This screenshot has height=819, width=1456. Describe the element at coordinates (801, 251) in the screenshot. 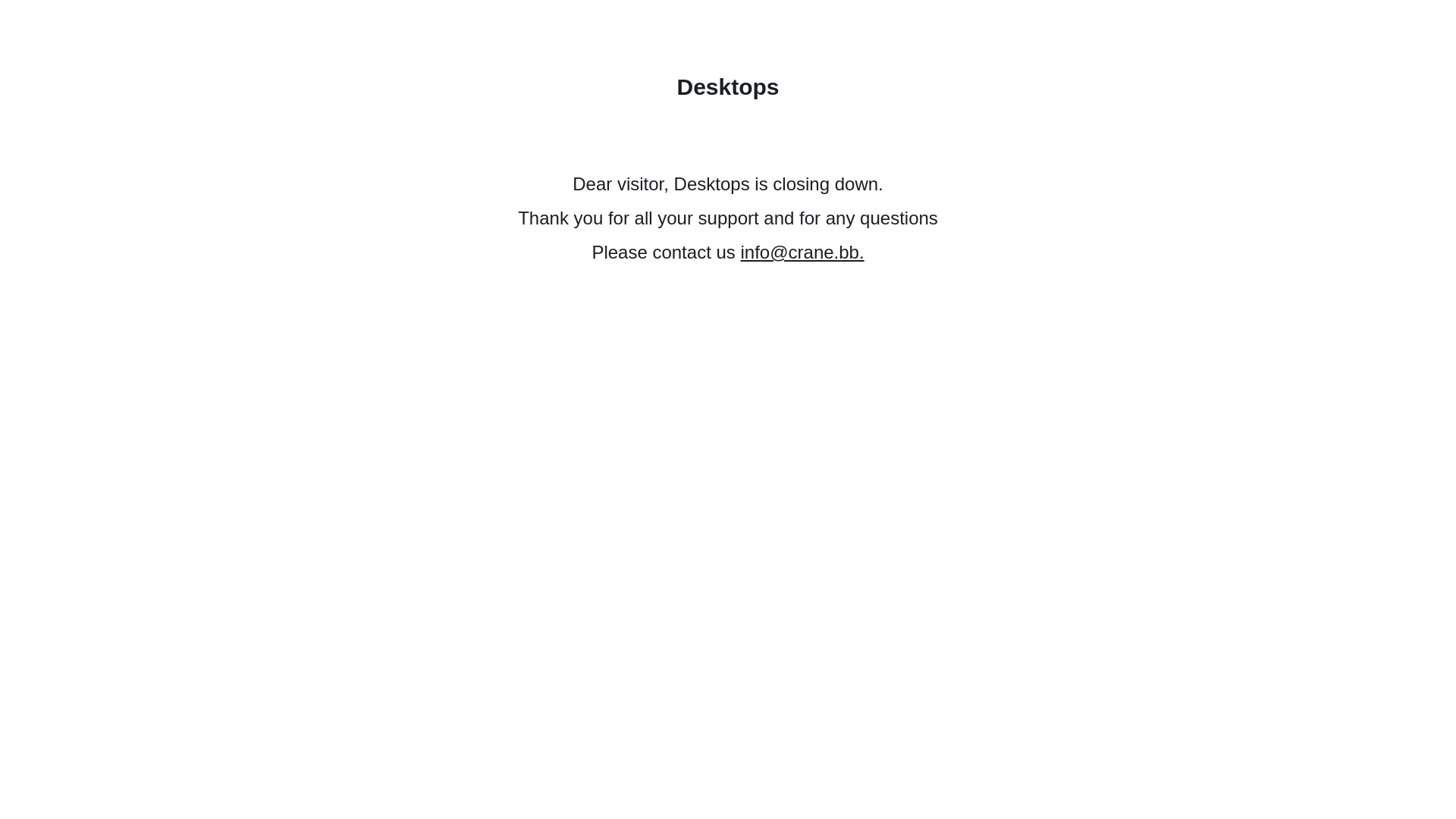

I see `'info@crane.bb.'` at that location.